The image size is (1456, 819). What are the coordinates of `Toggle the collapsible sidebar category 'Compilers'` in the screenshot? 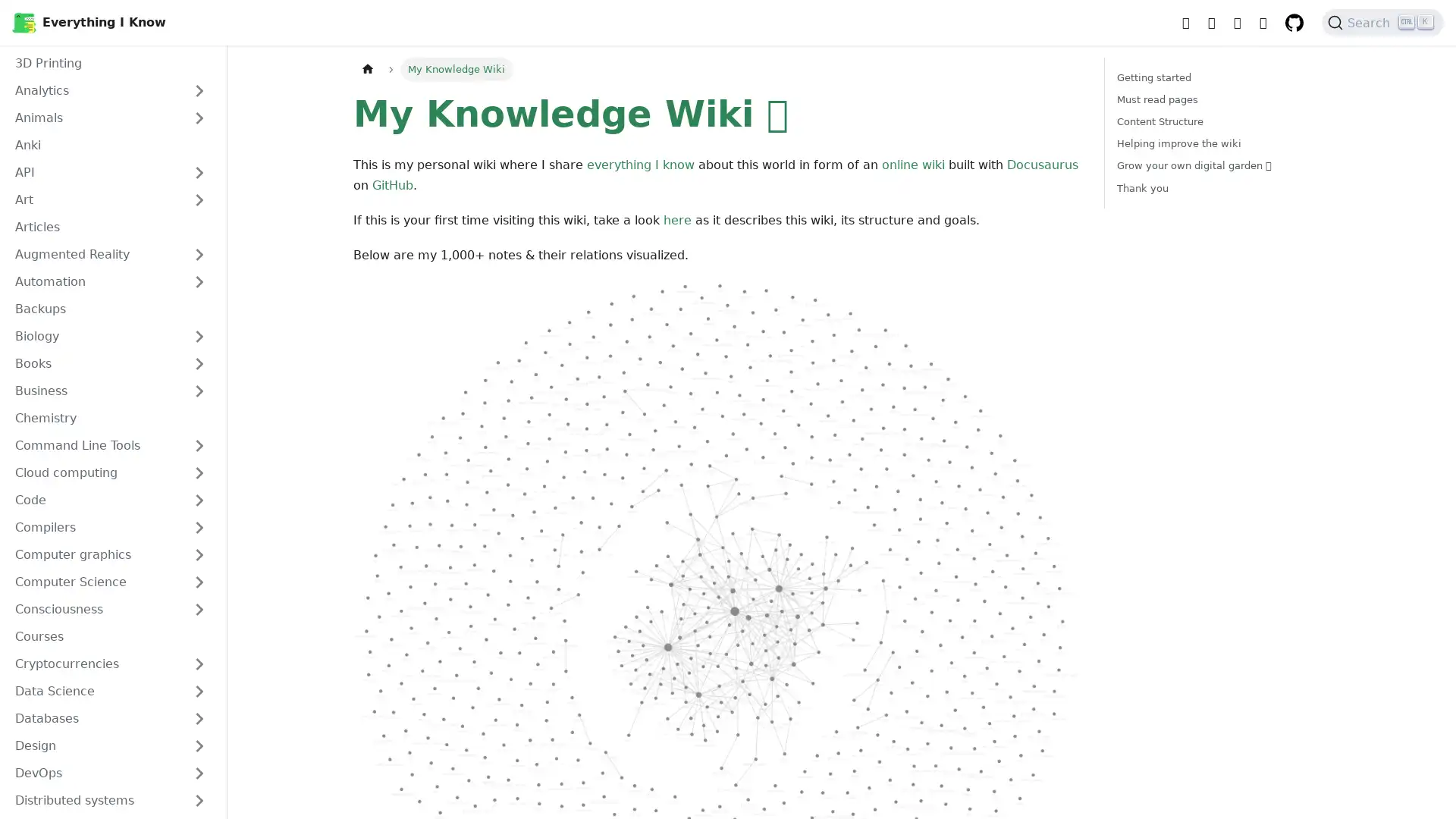 It's located at (199, 526).